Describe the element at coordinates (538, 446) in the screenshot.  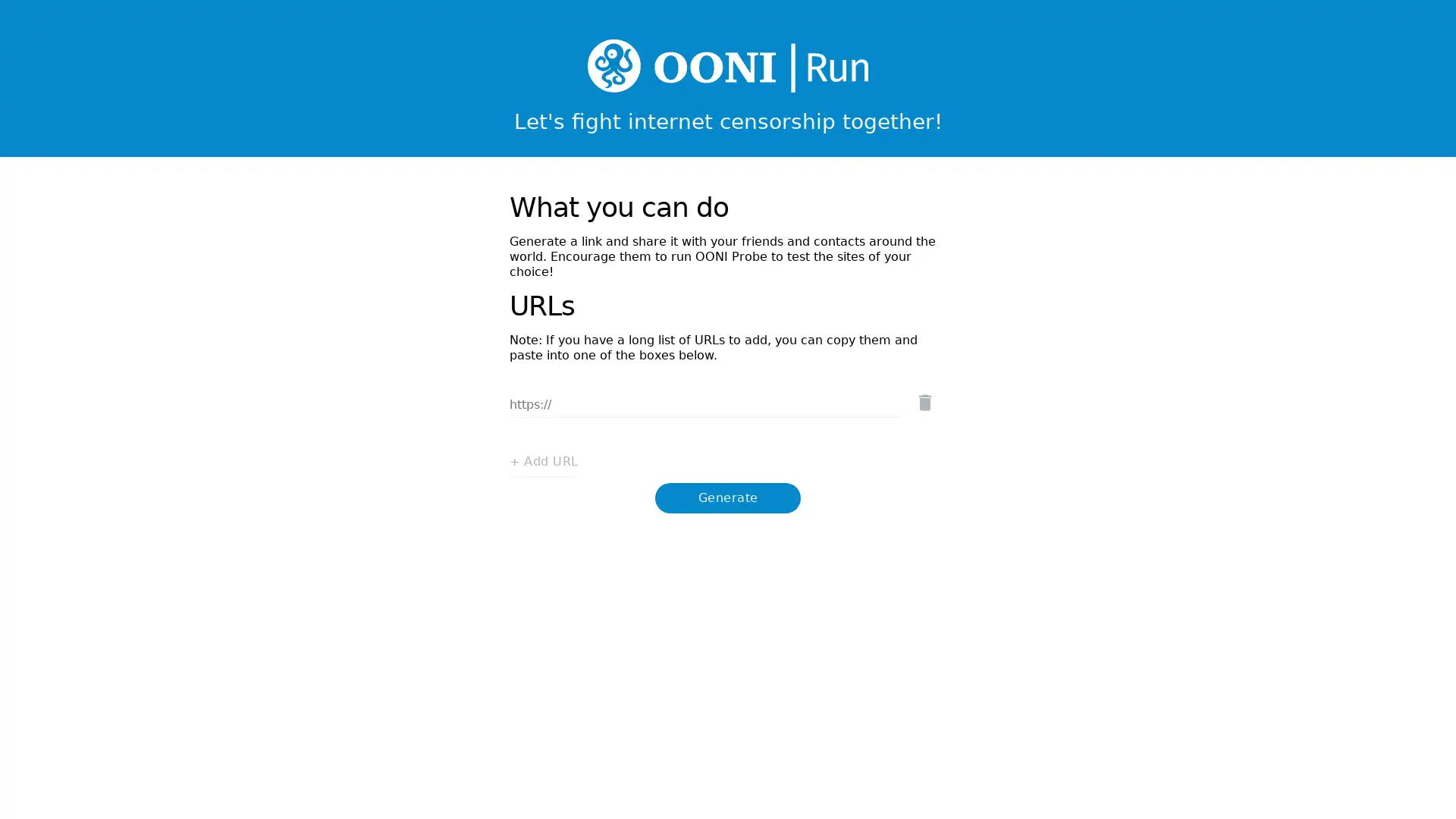
I see `+ Add URL` at that location.